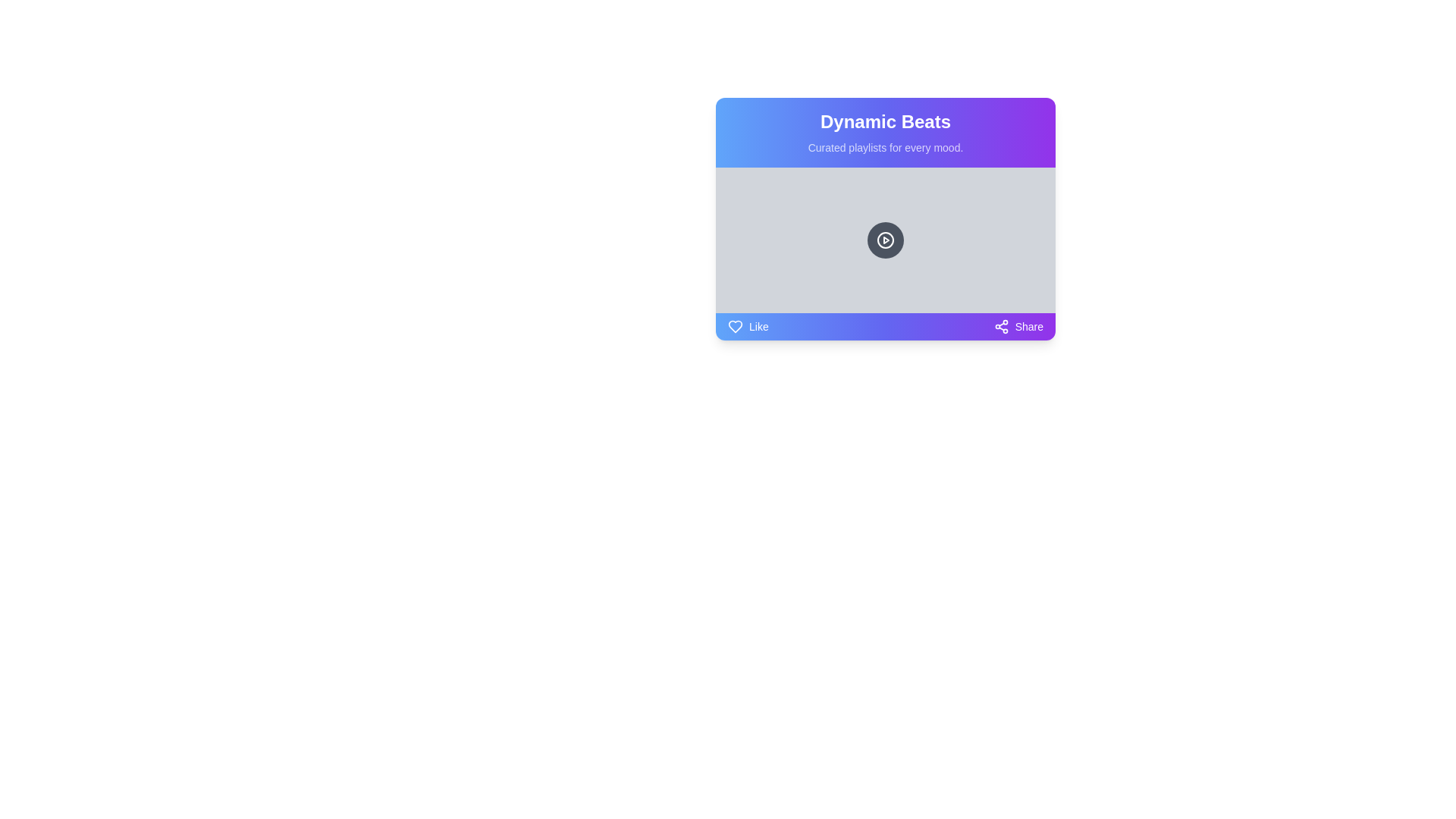  What do you see at coordinates (1029, 326) in the screenshot?
I see `the text label located at the bottom-right corner of the card component, which serves as a descriptor for sharing content` at bounding box center [1029, 326].